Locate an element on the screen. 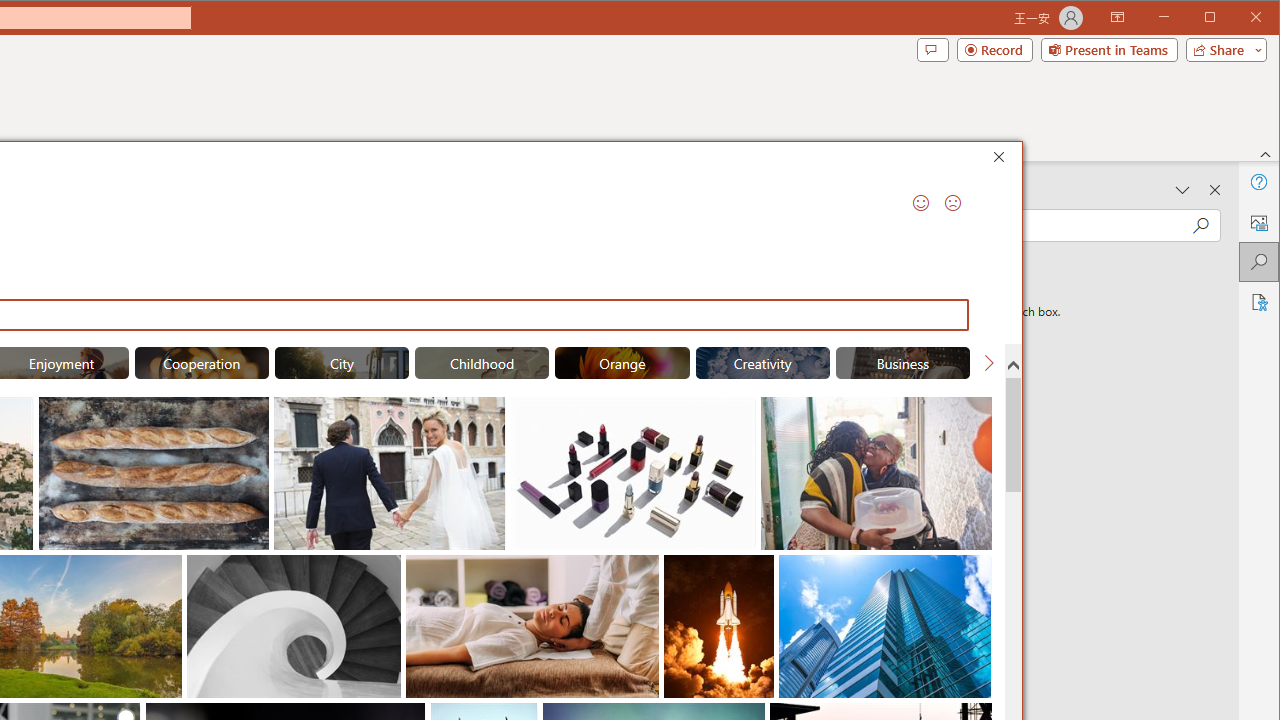 This screenshot has height=720, width=1280. 'Next Search Suggestion' is located at coordinates (988, 362).